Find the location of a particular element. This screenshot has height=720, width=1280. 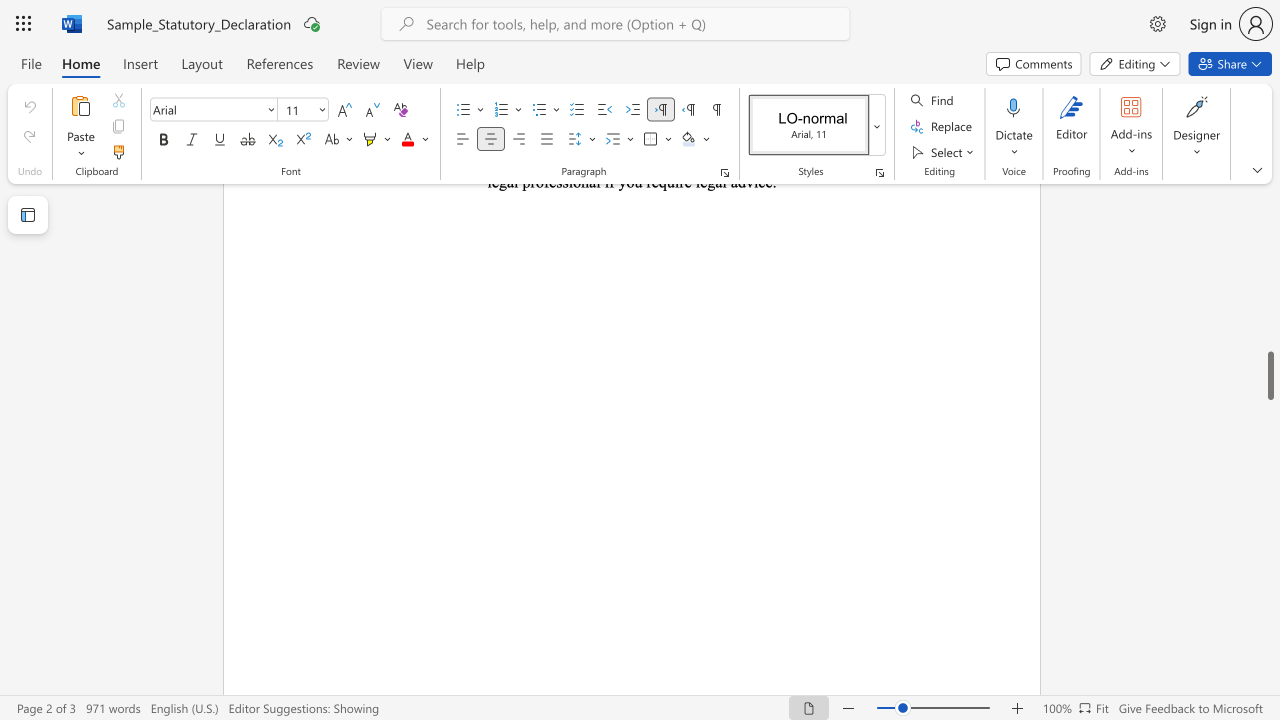

the scrollbar on the right is located at coordinates (1269, 328).